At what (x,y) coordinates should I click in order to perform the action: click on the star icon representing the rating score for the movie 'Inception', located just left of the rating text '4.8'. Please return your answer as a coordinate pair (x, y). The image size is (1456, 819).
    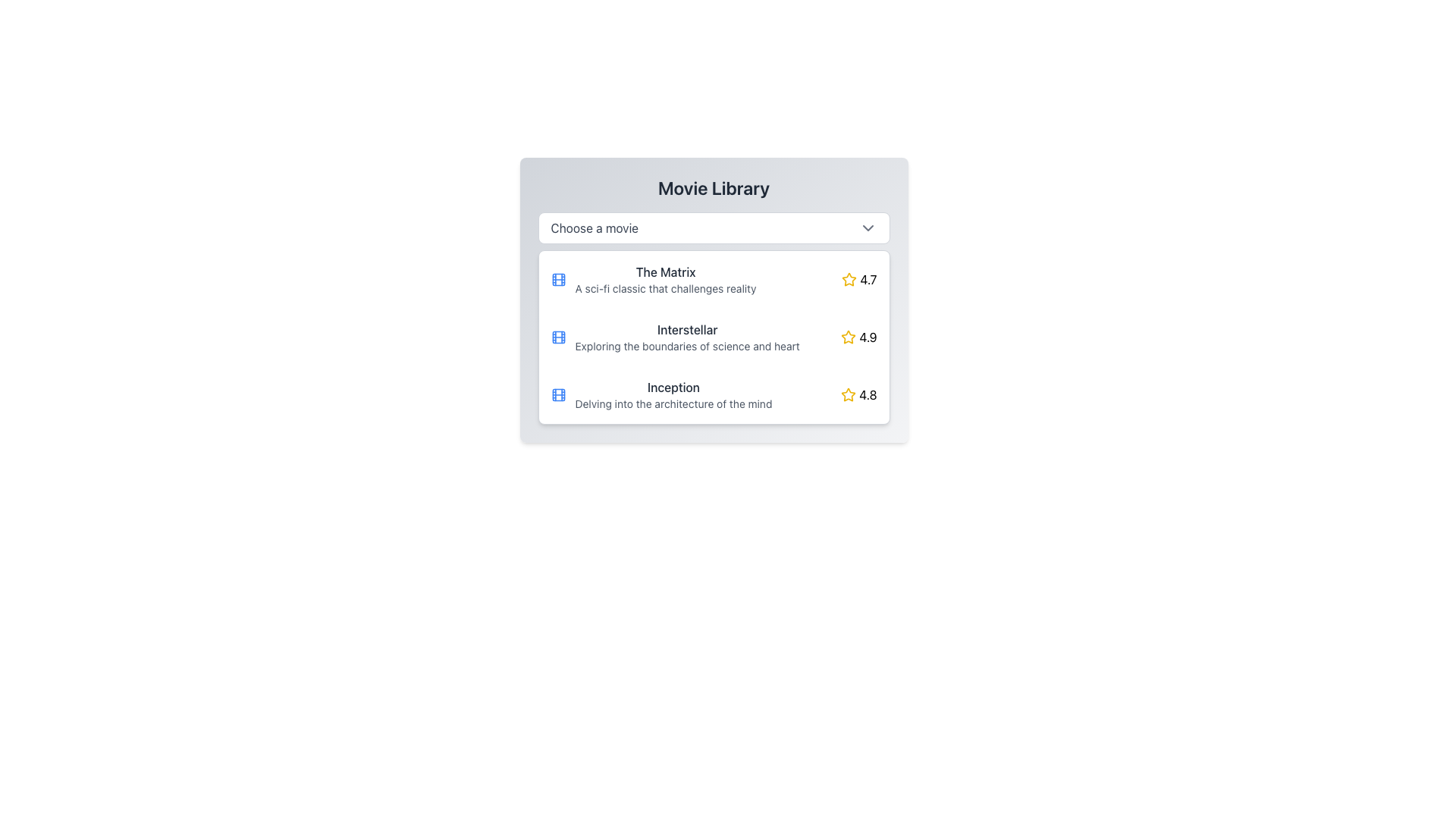
    Looking at the image, I should click on (847, 394).